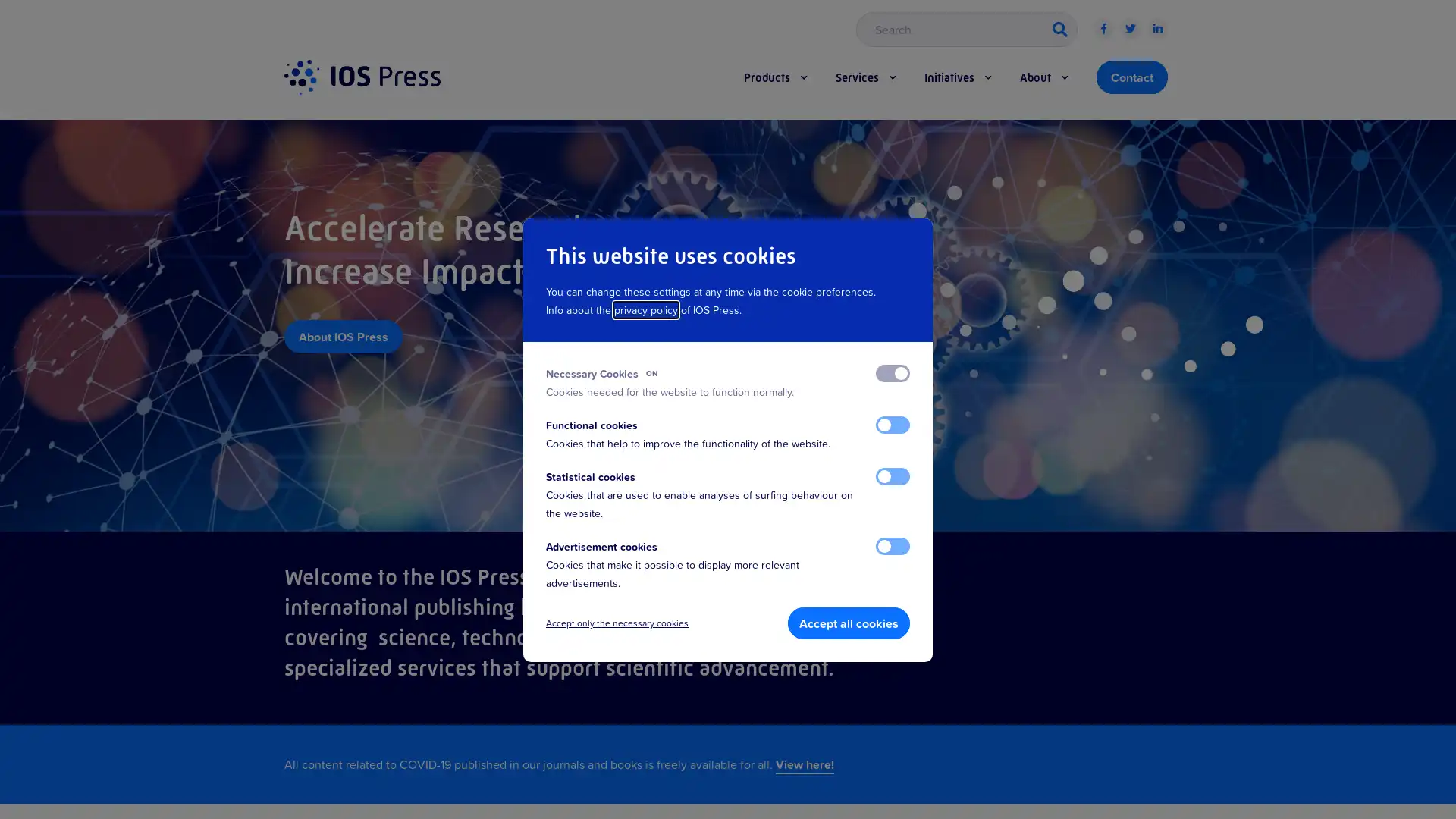  Describe the element at coordinates (1059, 29) in the screenshot. I see `button` at that location.